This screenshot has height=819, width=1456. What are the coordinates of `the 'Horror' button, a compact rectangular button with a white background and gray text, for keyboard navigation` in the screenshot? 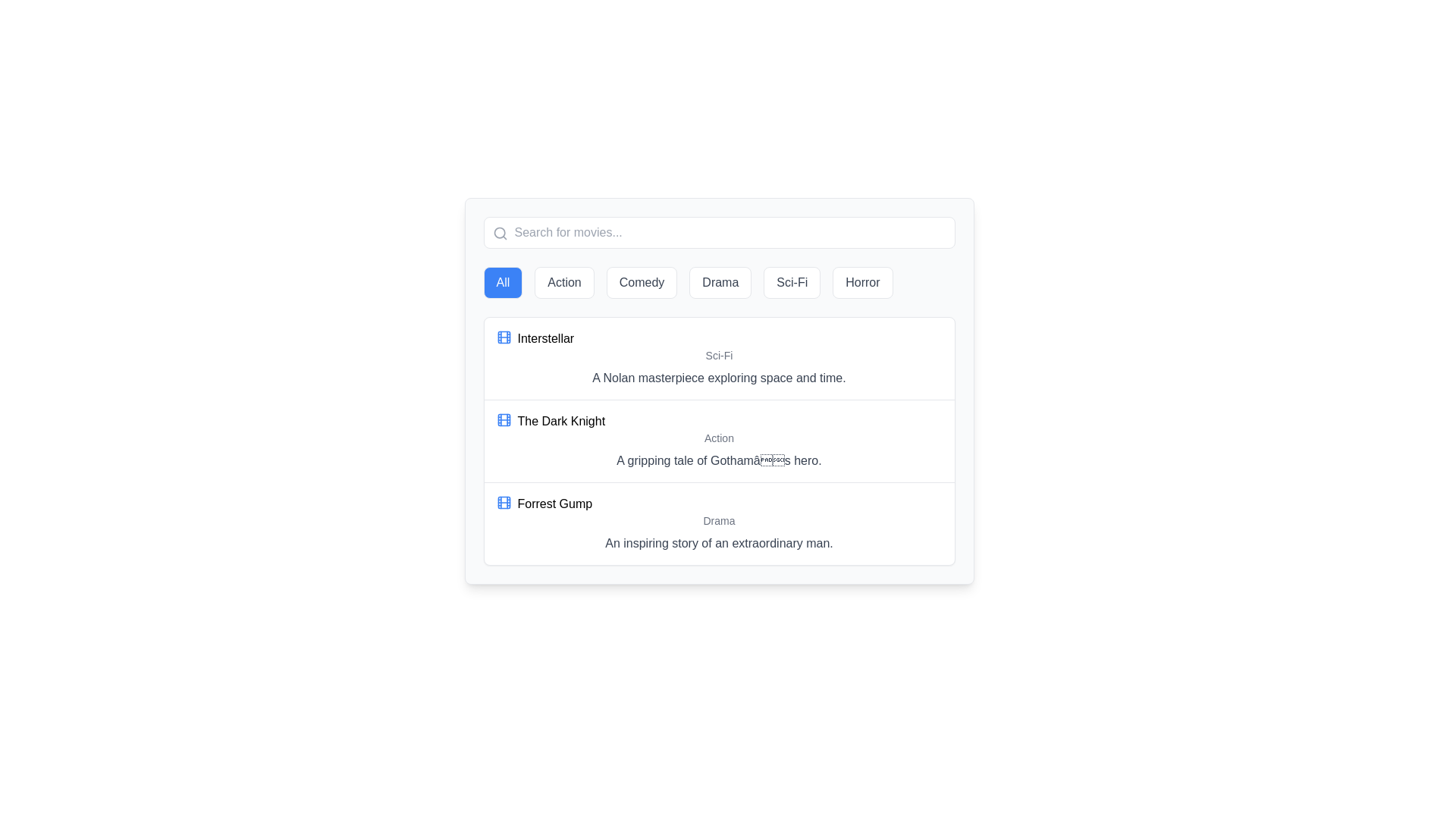 It's located at (862, 283).